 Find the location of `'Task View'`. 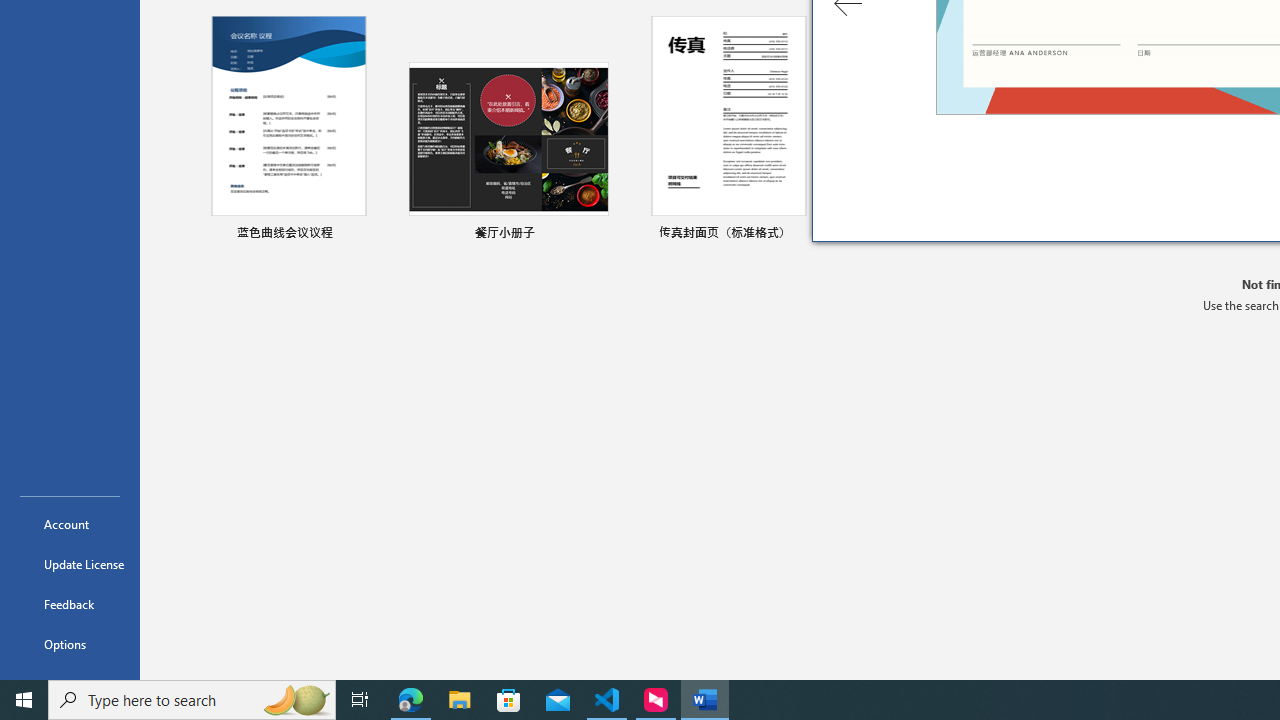

'Task View' is located at coordinates (359, 698).